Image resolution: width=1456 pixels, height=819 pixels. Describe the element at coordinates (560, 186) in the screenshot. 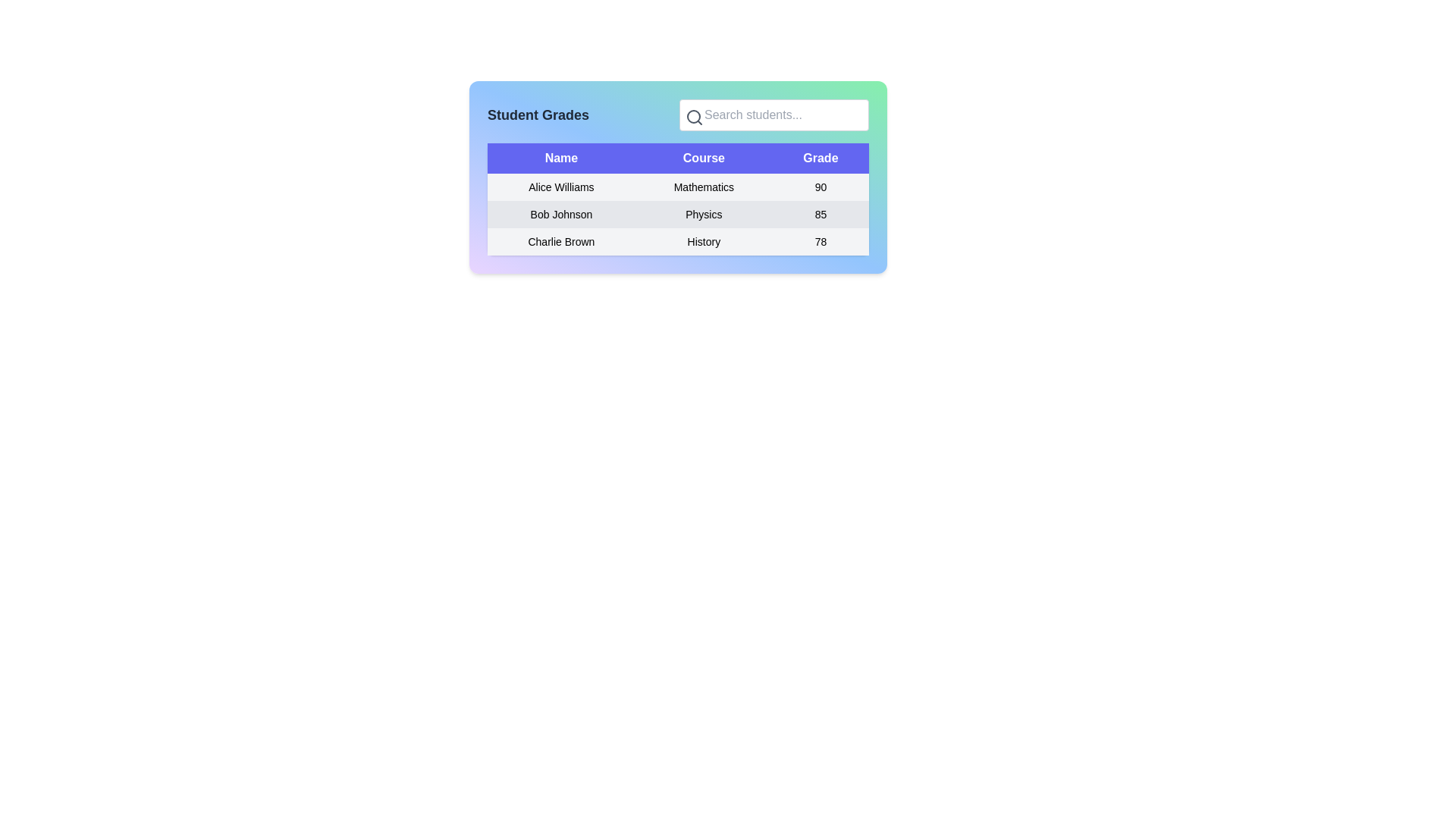

I see `the non-interactive label that displays the student's name, located in the first column of the table under 'Name'` at that location.